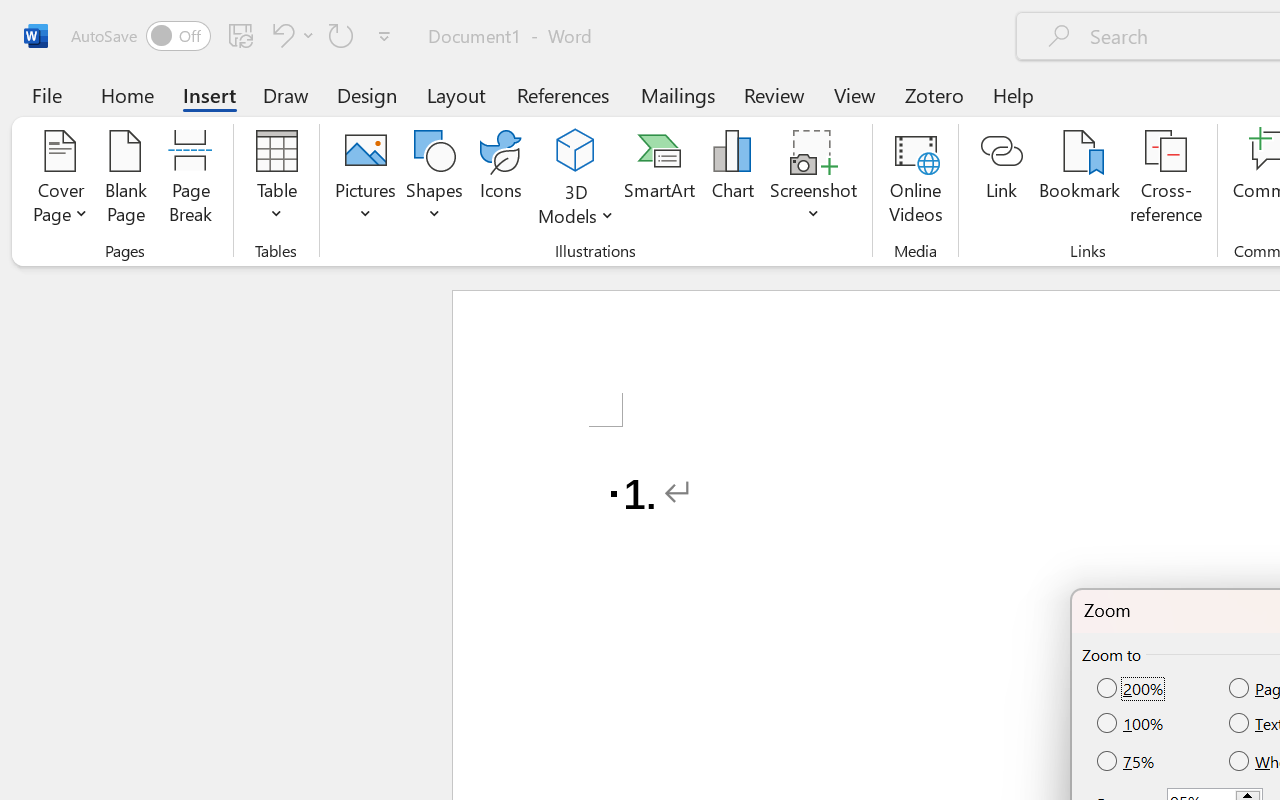 This screenshot has height=800, width=1280. Describe the element at coordinates (289, 34) in the screenshot. I see `'Undo Number Default'` at that location.